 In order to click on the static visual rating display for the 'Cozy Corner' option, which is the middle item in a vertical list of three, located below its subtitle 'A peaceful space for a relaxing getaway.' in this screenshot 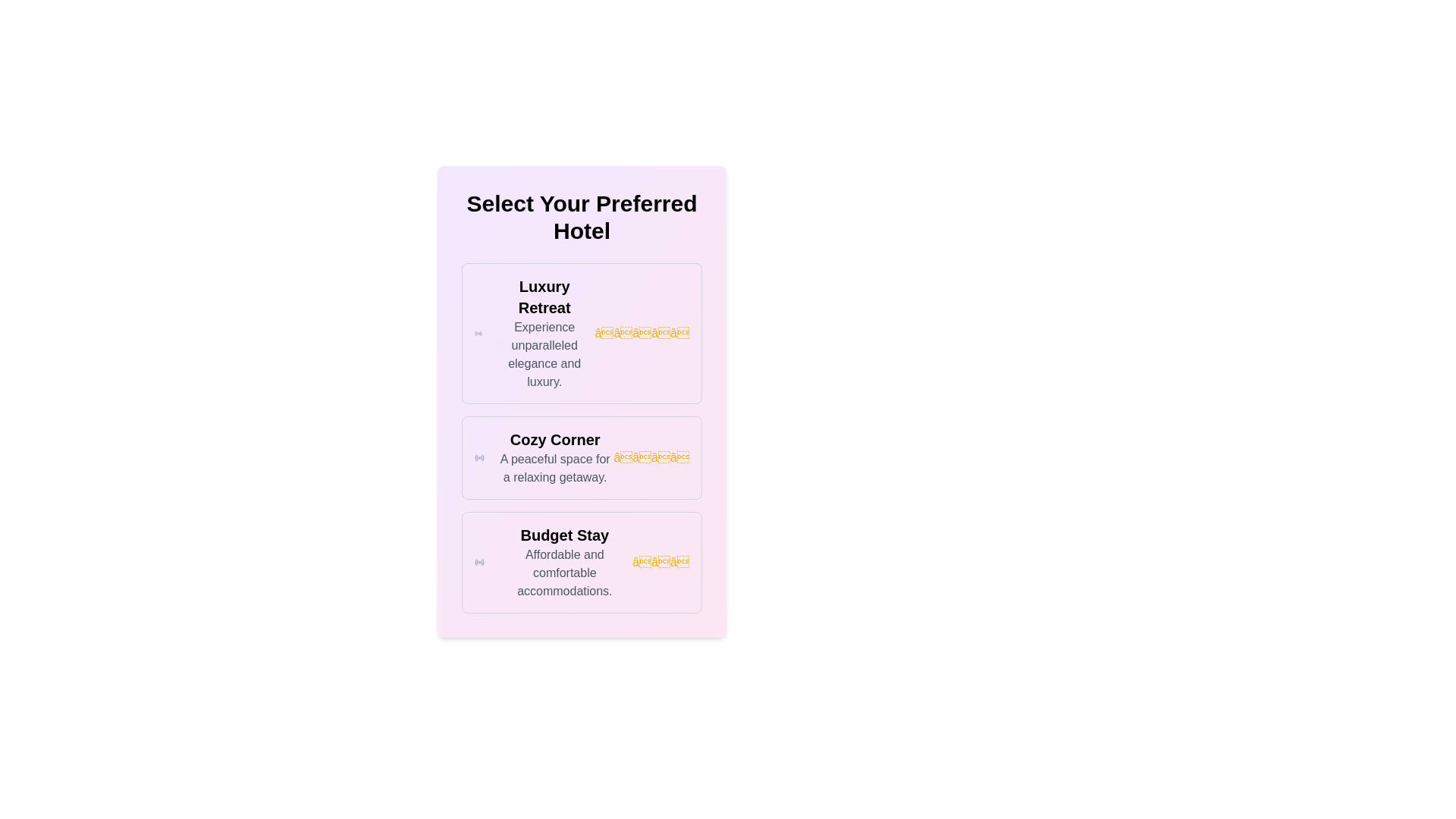, I will do `click(651, 457)`.